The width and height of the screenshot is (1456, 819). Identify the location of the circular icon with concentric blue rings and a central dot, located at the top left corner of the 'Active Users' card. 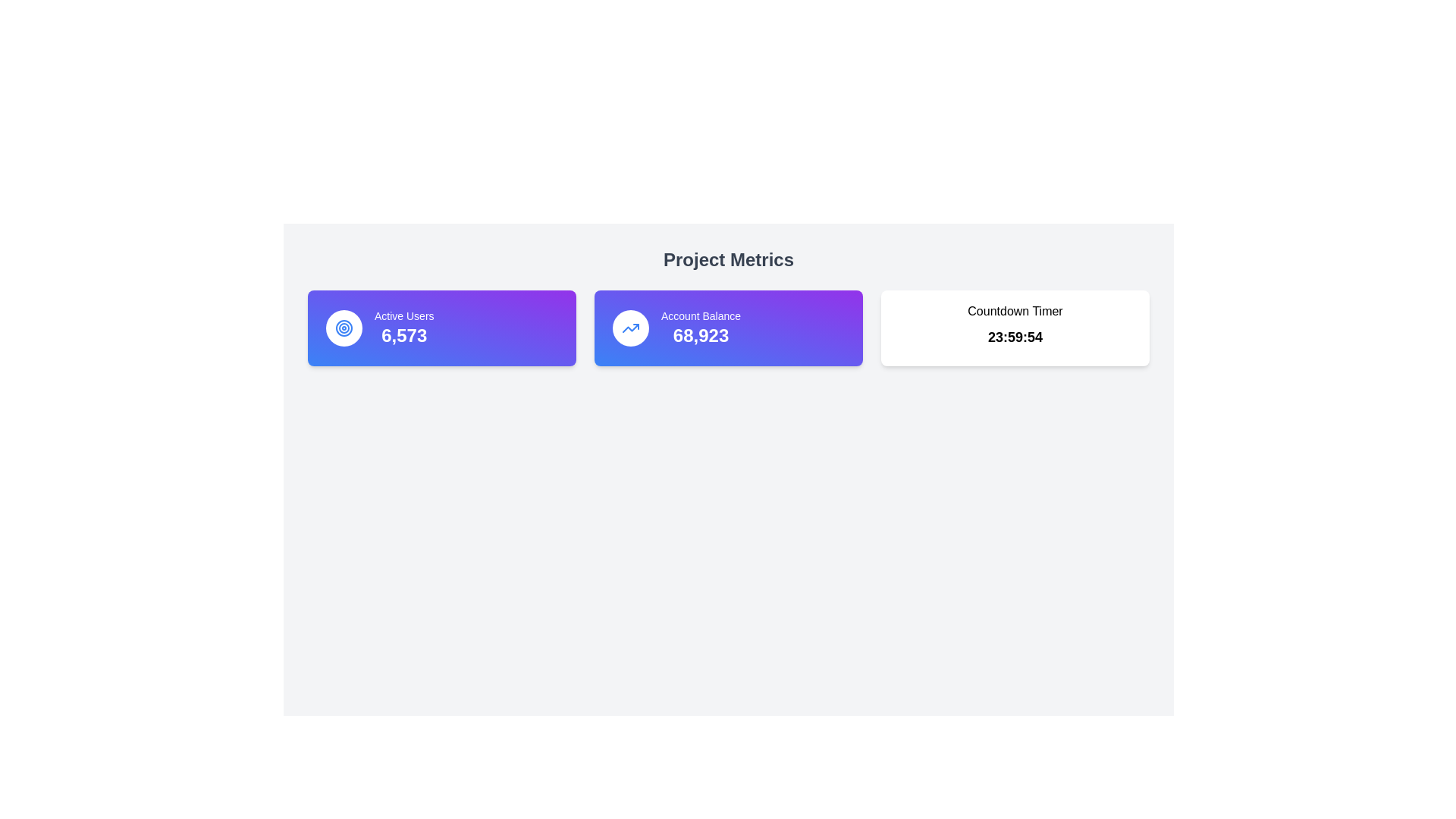
(344, 327).